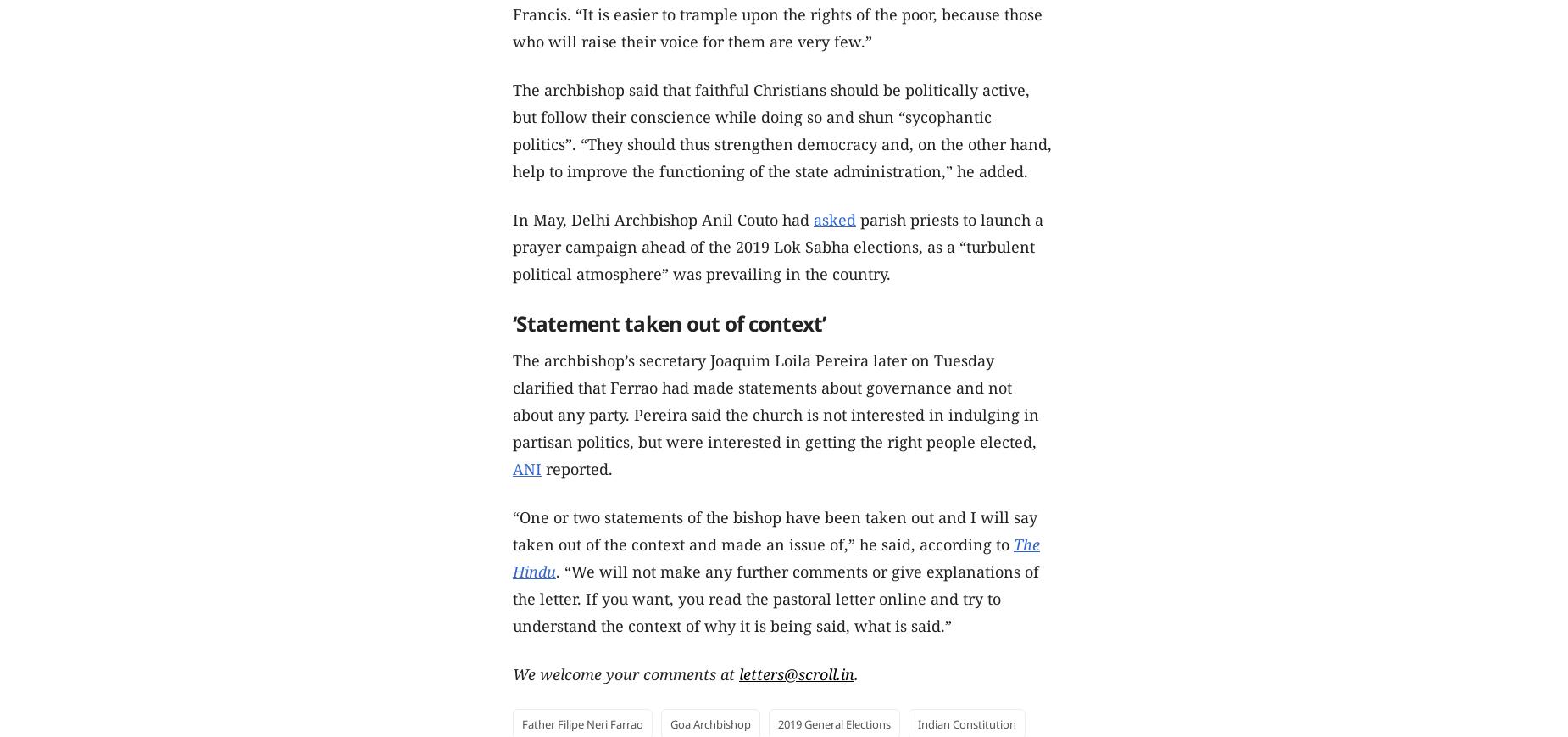  What do you see at coordinates (512, 598) in the screenshot?
I see `'. “We will not make any further comments or give explanations of the letter. If you want, you read the pastoral letter online and try to understand the context of why it is being said, what is said.”'` at bounding box center [512, 598].